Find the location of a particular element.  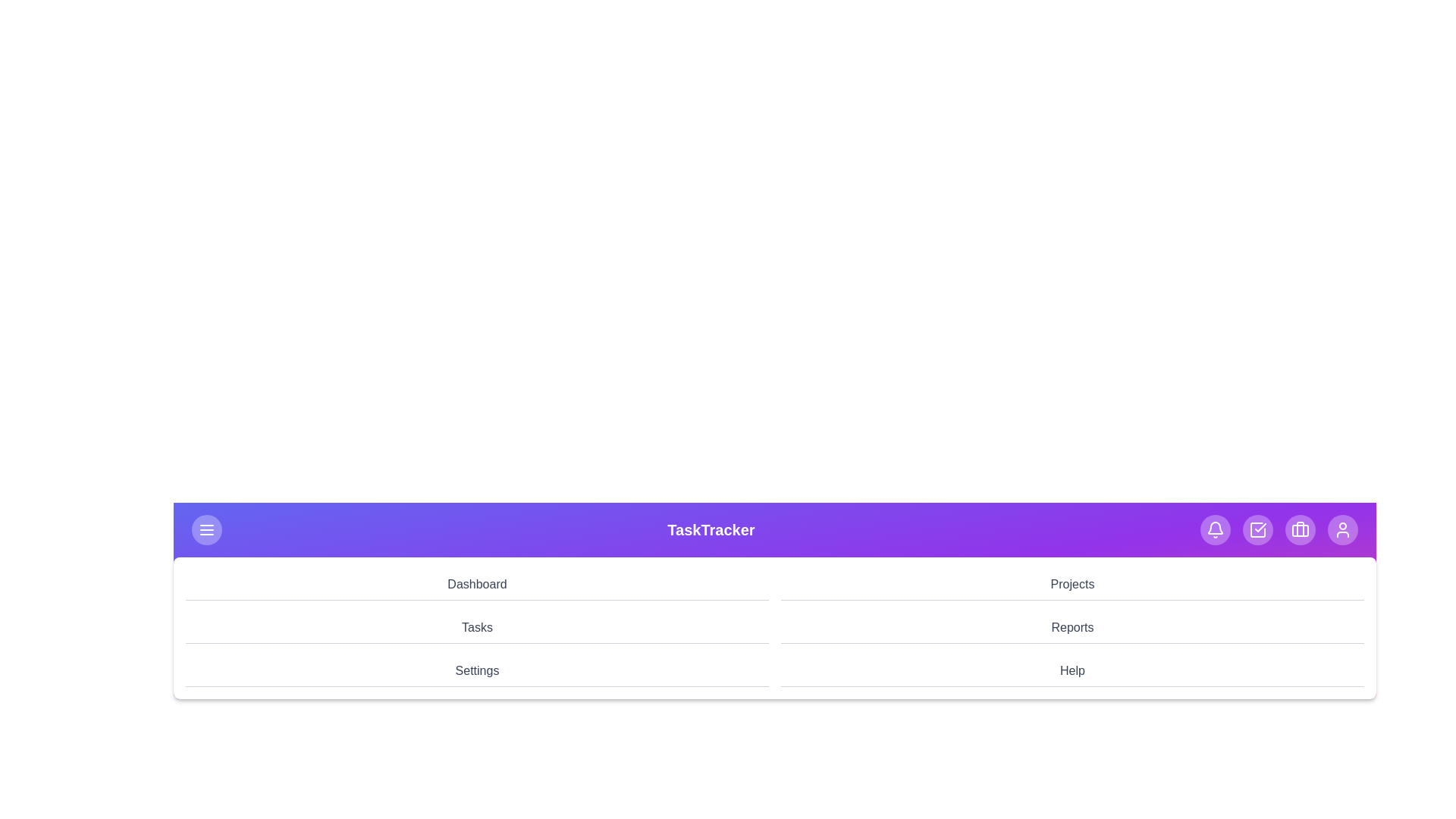

the briefcase icon in the app bar is located at coordinates (1299, 529).